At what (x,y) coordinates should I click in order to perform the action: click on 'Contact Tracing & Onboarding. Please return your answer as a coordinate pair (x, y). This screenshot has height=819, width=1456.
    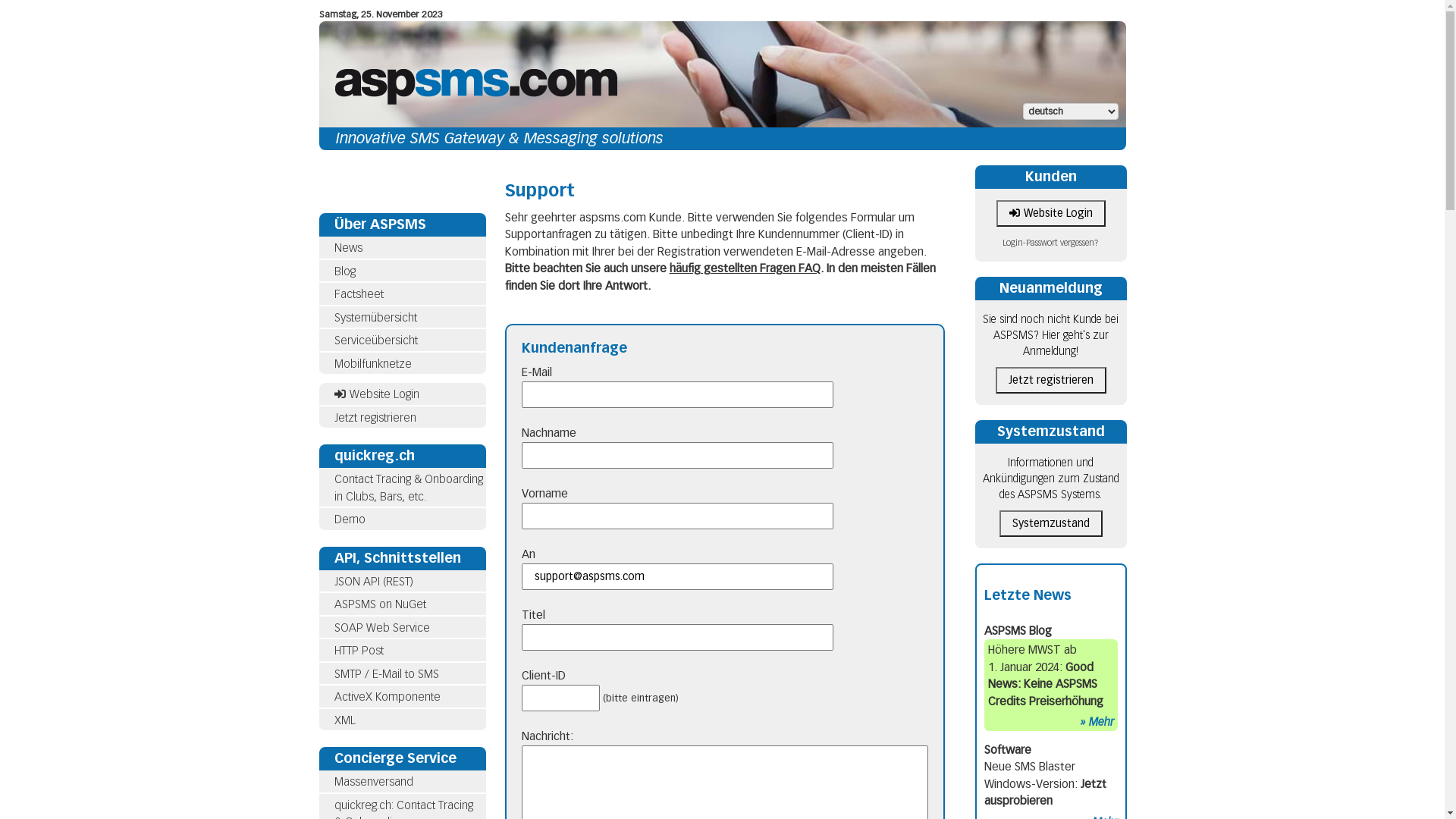
    Looking at the image, I should click on (407, 488).